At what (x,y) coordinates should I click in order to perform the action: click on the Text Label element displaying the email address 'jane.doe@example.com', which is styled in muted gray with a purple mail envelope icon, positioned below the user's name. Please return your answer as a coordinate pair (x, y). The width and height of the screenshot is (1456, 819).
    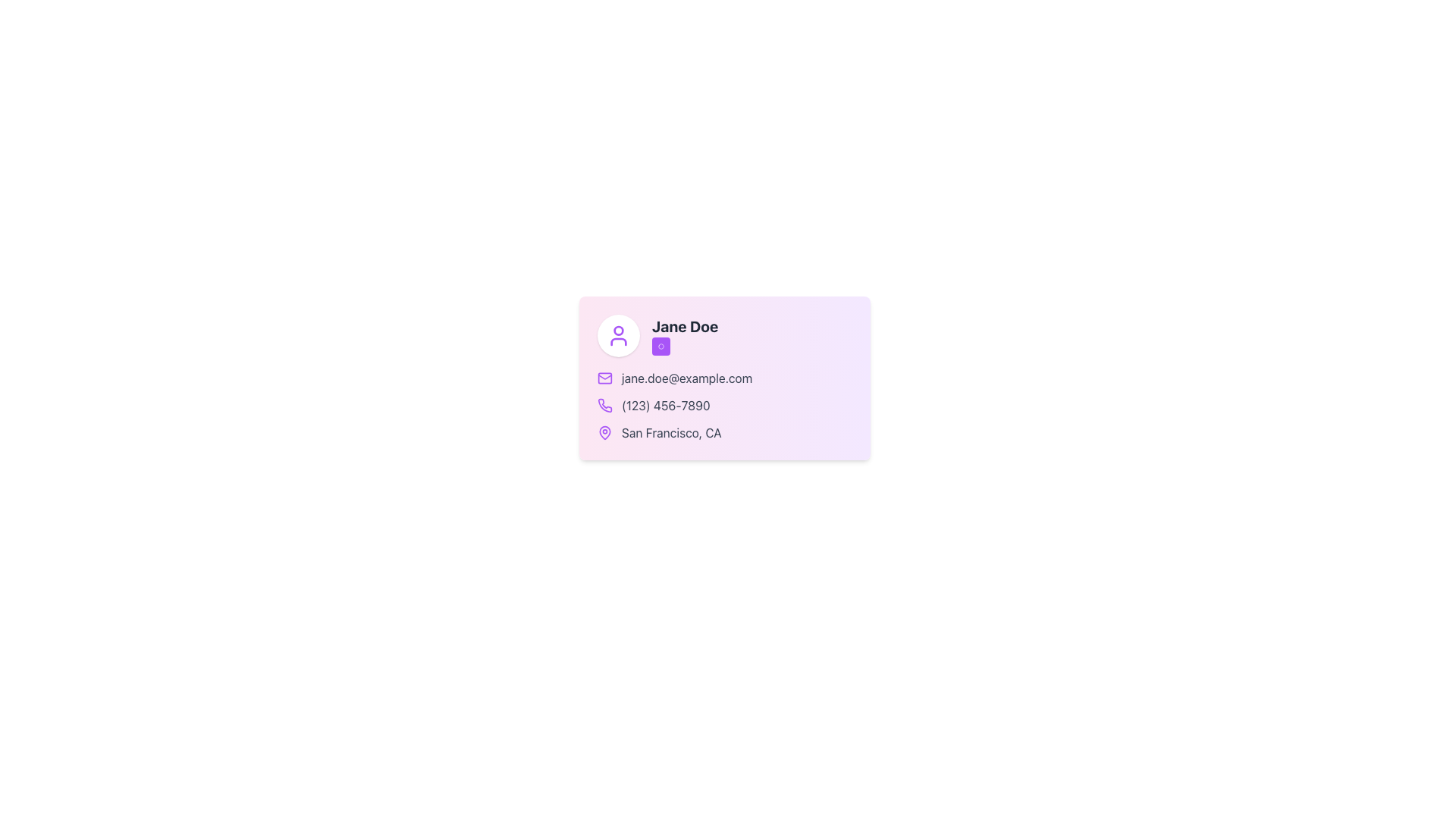
    Looking at the image, I should click on (723, 377).